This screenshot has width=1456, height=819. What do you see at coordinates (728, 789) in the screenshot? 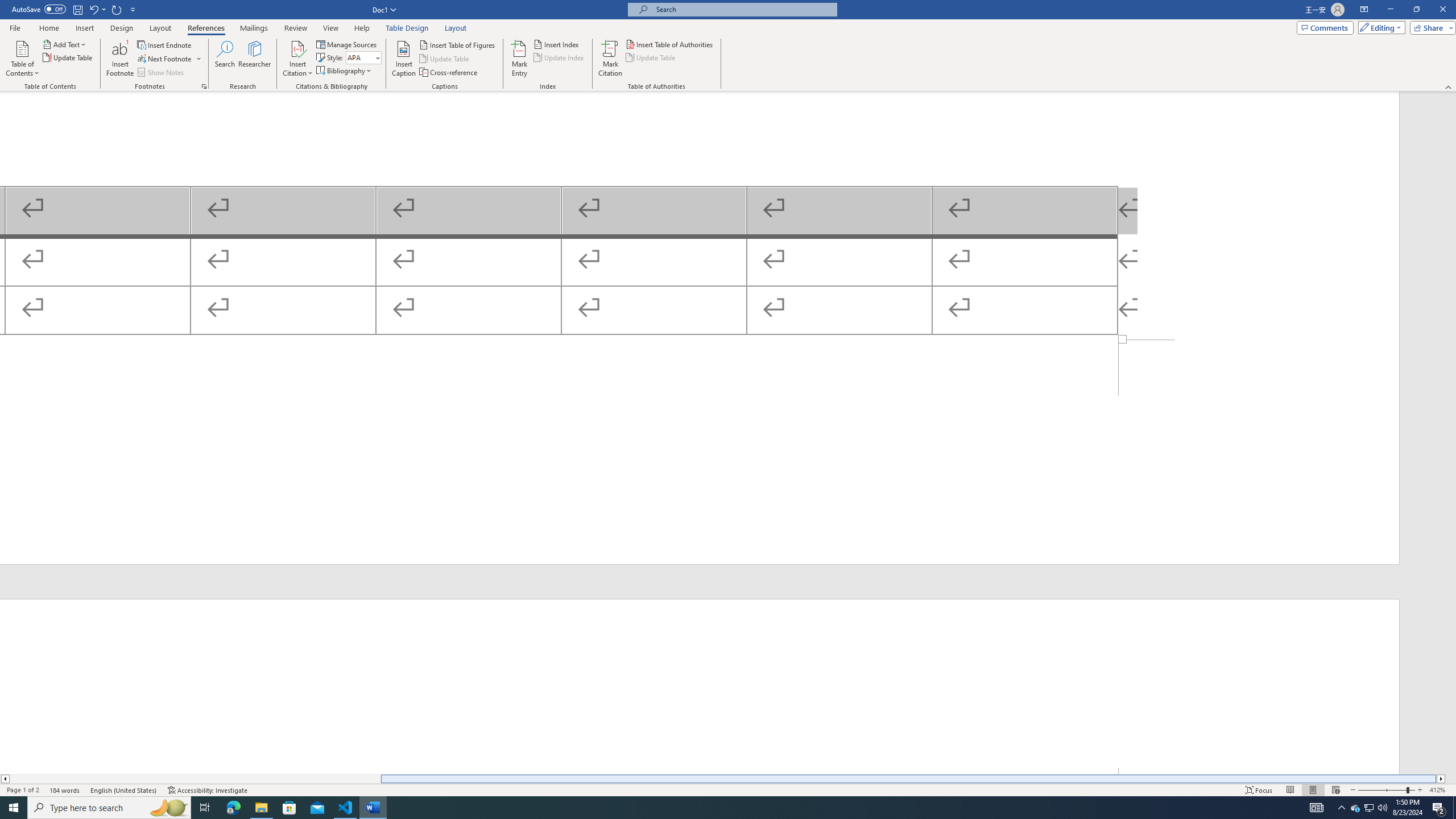
I see `'Class: MsoCommandBar'` at bounding box center [728, 789].